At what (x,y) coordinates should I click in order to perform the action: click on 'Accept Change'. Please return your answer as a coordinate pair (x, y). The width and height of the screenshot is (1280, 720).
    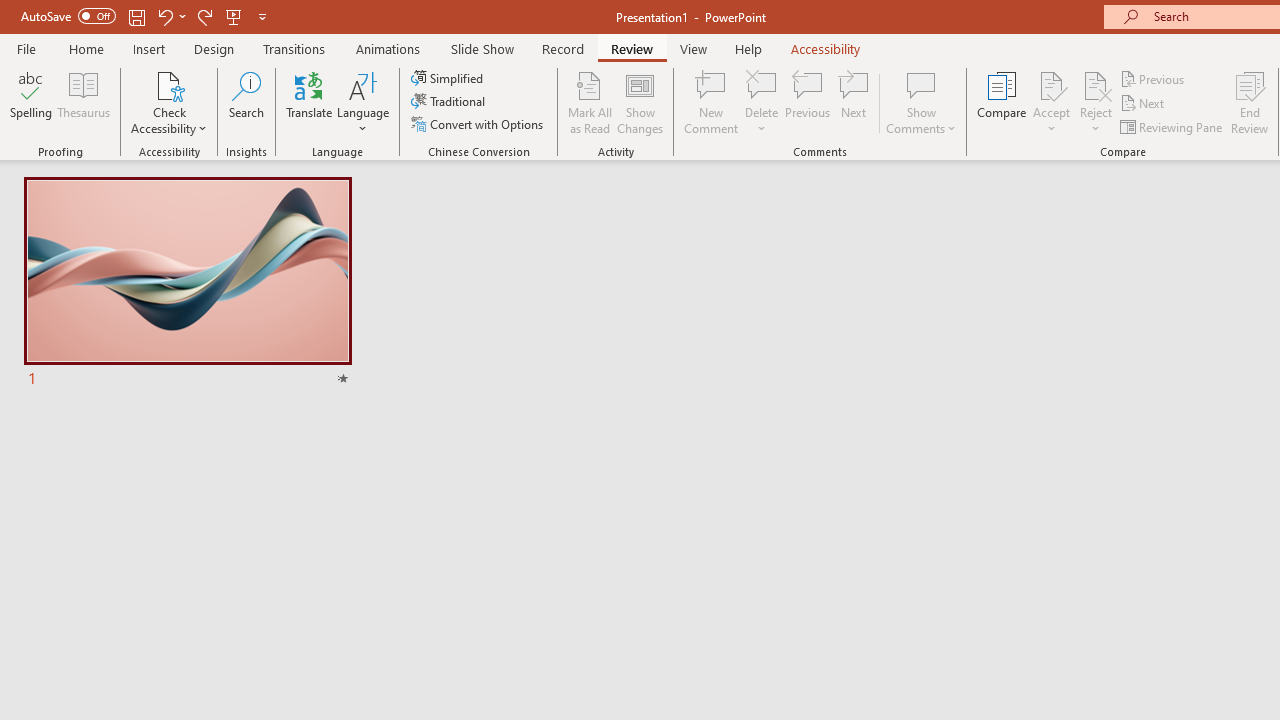
    Looking at the image, I should click on (1050, 84).